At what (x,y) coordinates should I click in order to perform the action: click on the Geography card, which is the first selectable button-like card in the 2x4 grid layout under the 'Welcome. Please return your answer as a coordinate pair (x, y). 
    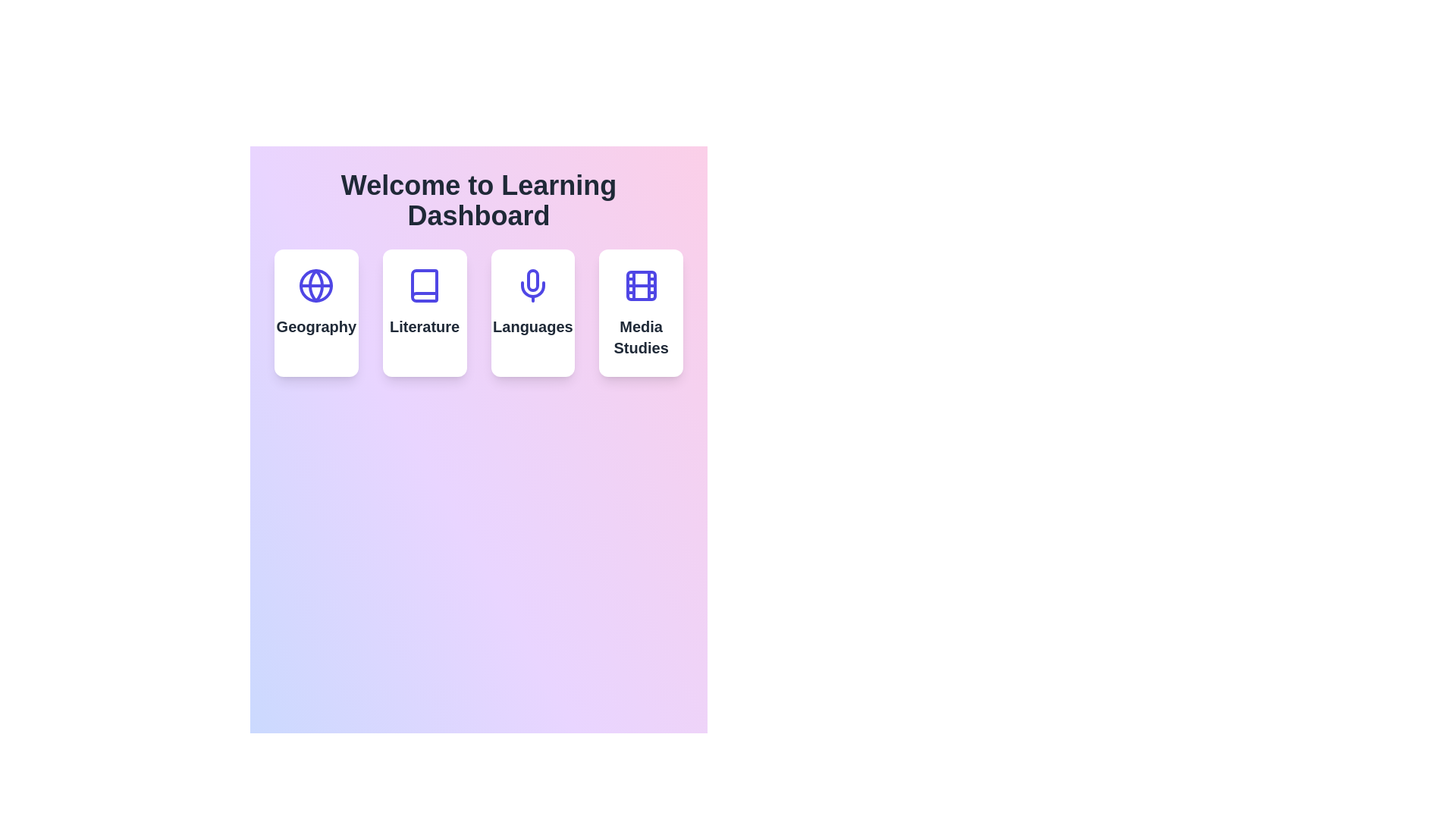
    Looking at the image, I should click on (315, 312).